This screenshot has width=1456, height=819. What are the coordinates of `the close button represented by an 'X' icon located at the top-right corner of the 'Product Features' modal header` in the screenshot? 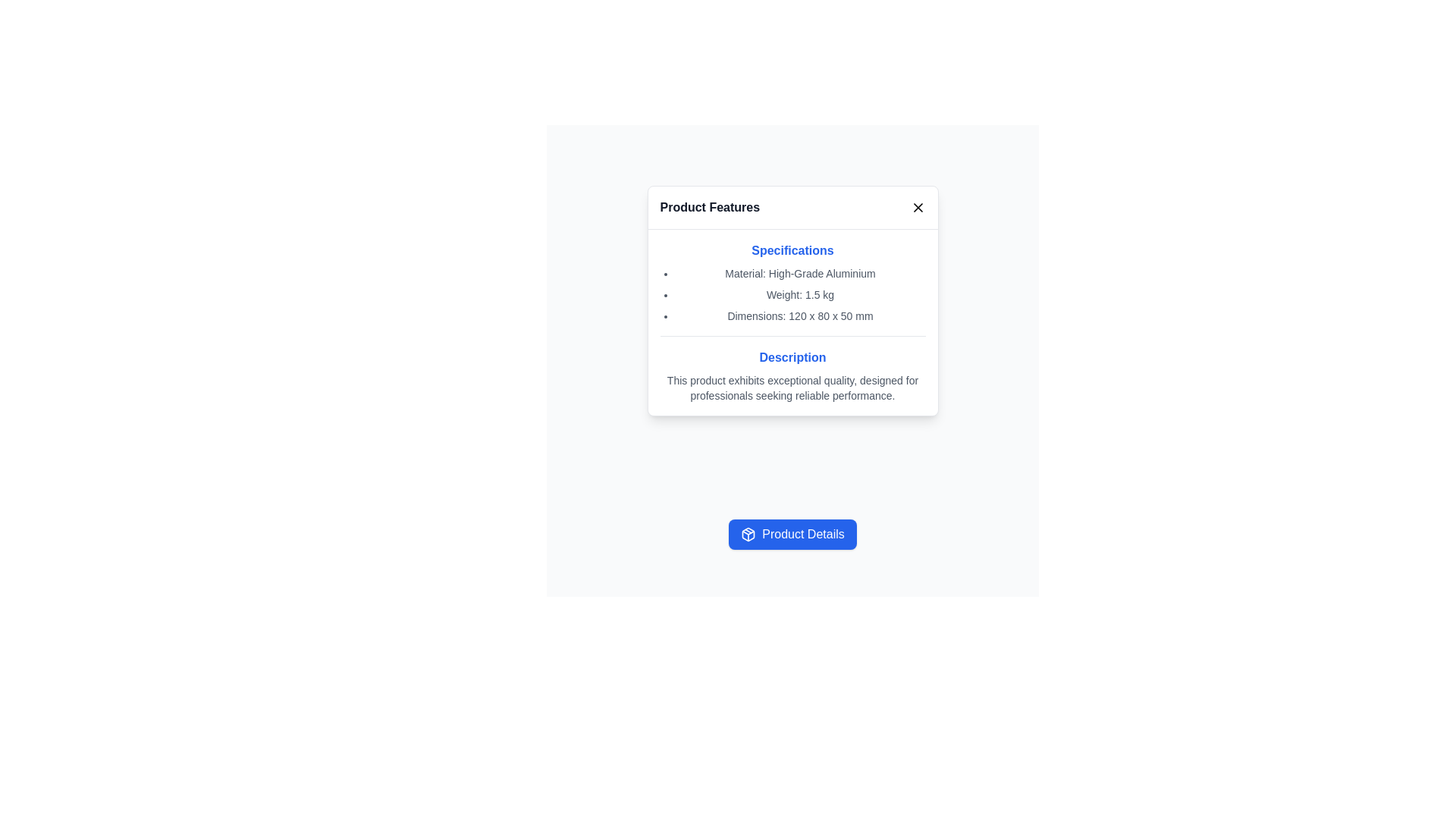 It's located at (917, 207).